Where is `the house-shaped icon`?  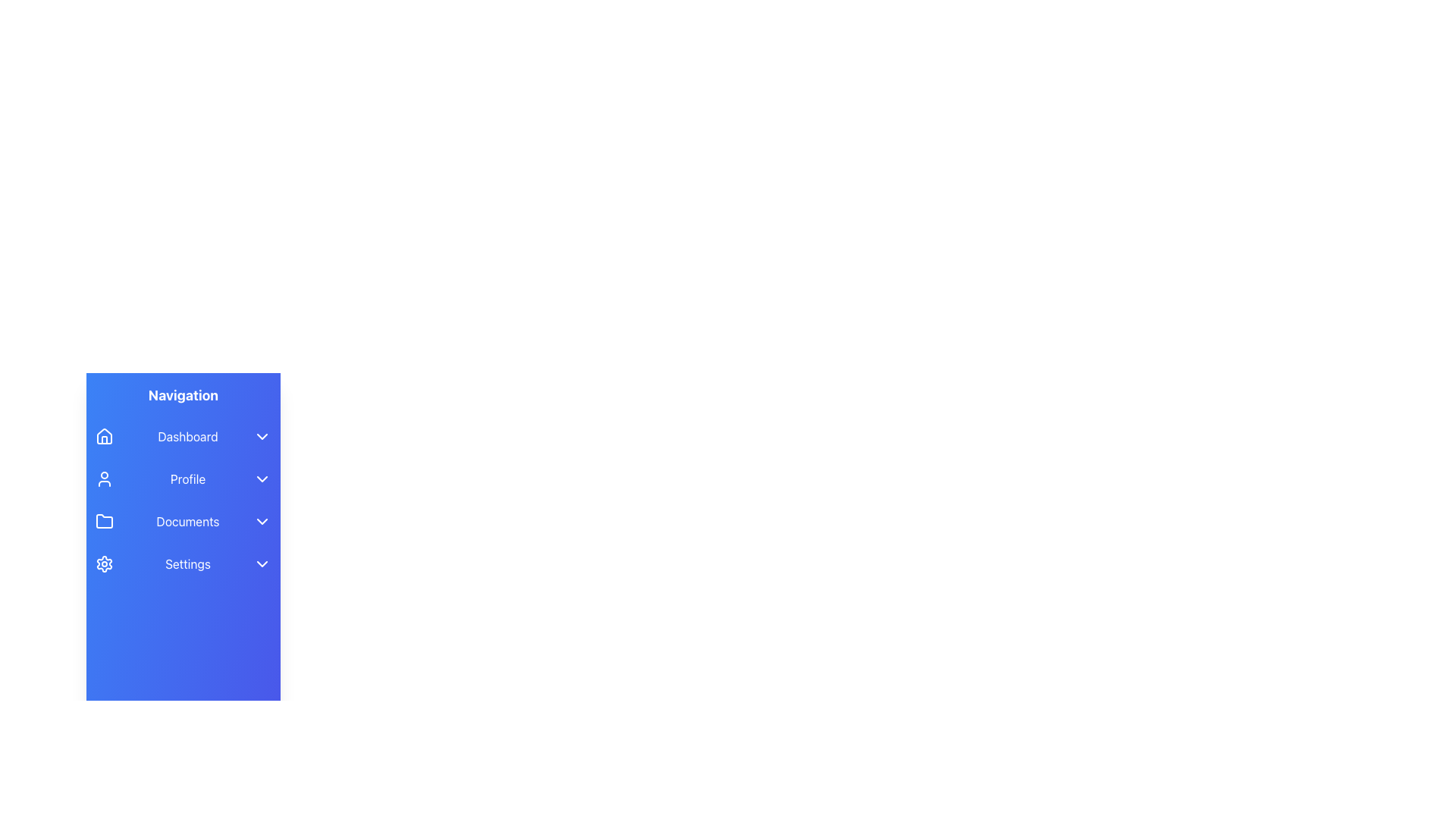
the house-shaped icon is located at coordinates (104, 436).